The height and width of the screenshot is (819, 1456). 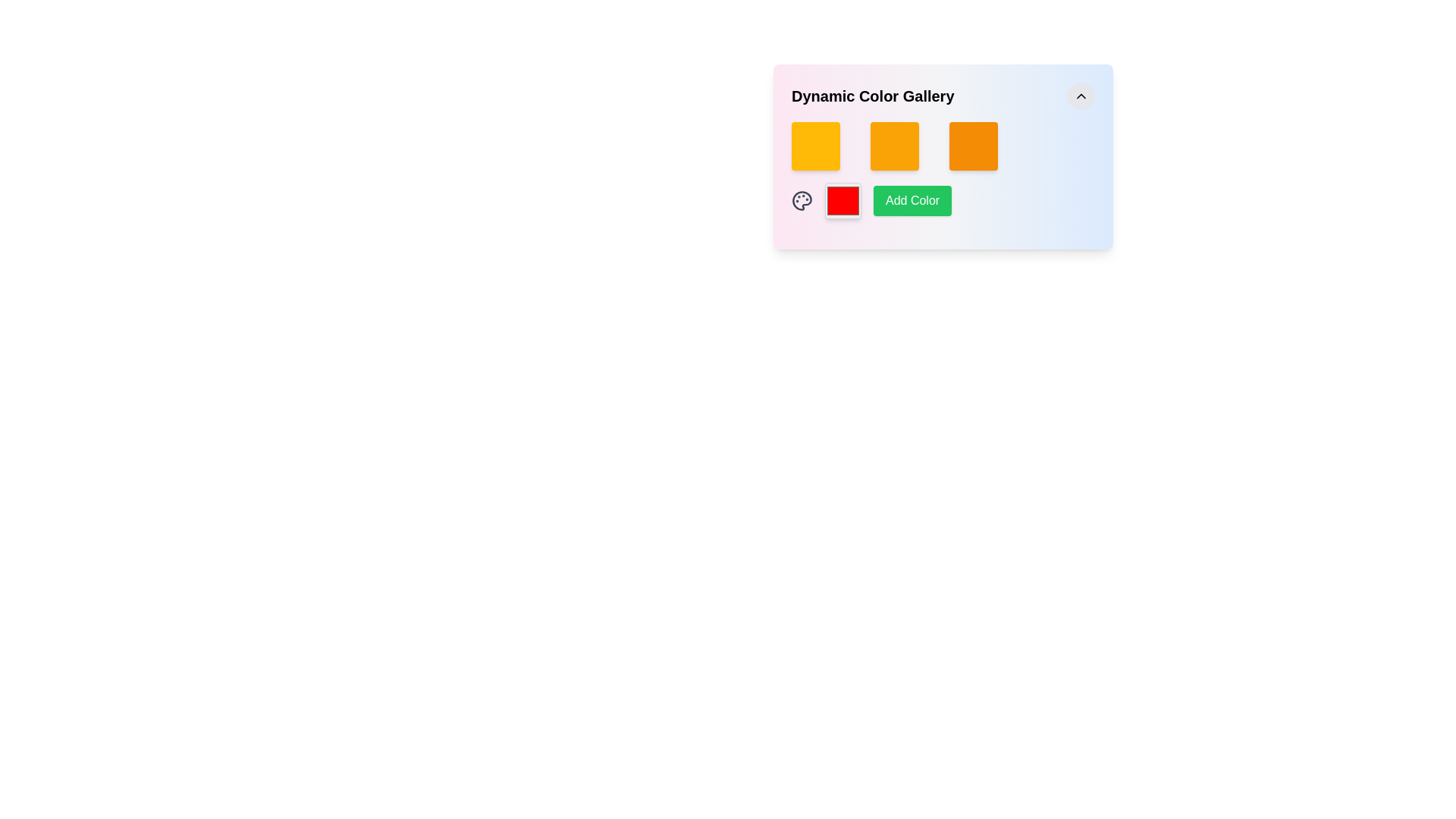 What do you see at coordinates (1080, 96) in the screenshot?
I see `the chevron arrow icon located within the circular button at the top-right corner of the 'Dynamic Color Gallery' card to trigger potential visual feedback` at bounding box center [1080, 96].